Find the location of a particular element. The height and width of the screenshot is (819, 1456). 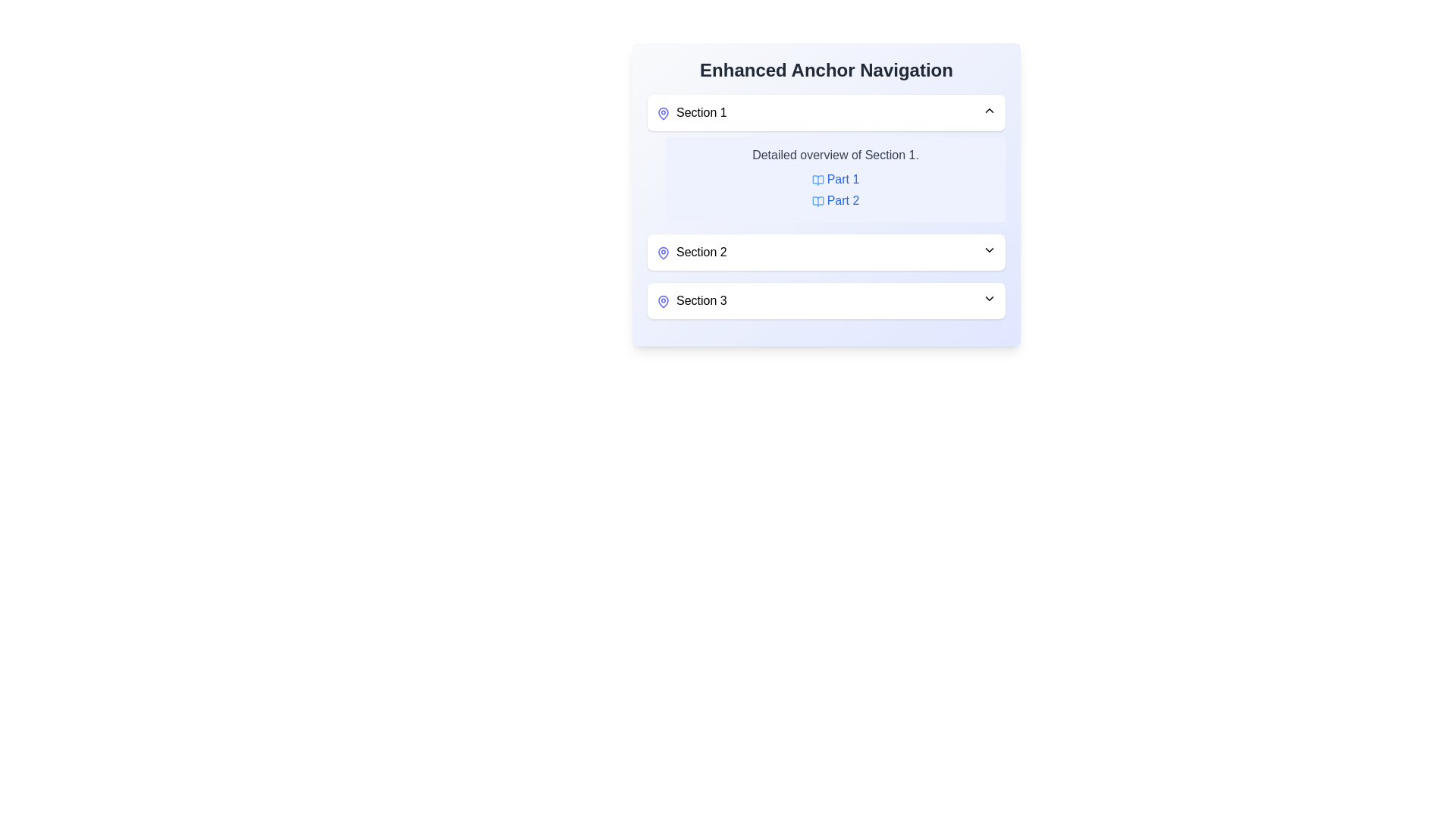

the second map pin icon located immediately to the left of the text 'Section 2' in the navigation menu is located at coordinates (663, 251).